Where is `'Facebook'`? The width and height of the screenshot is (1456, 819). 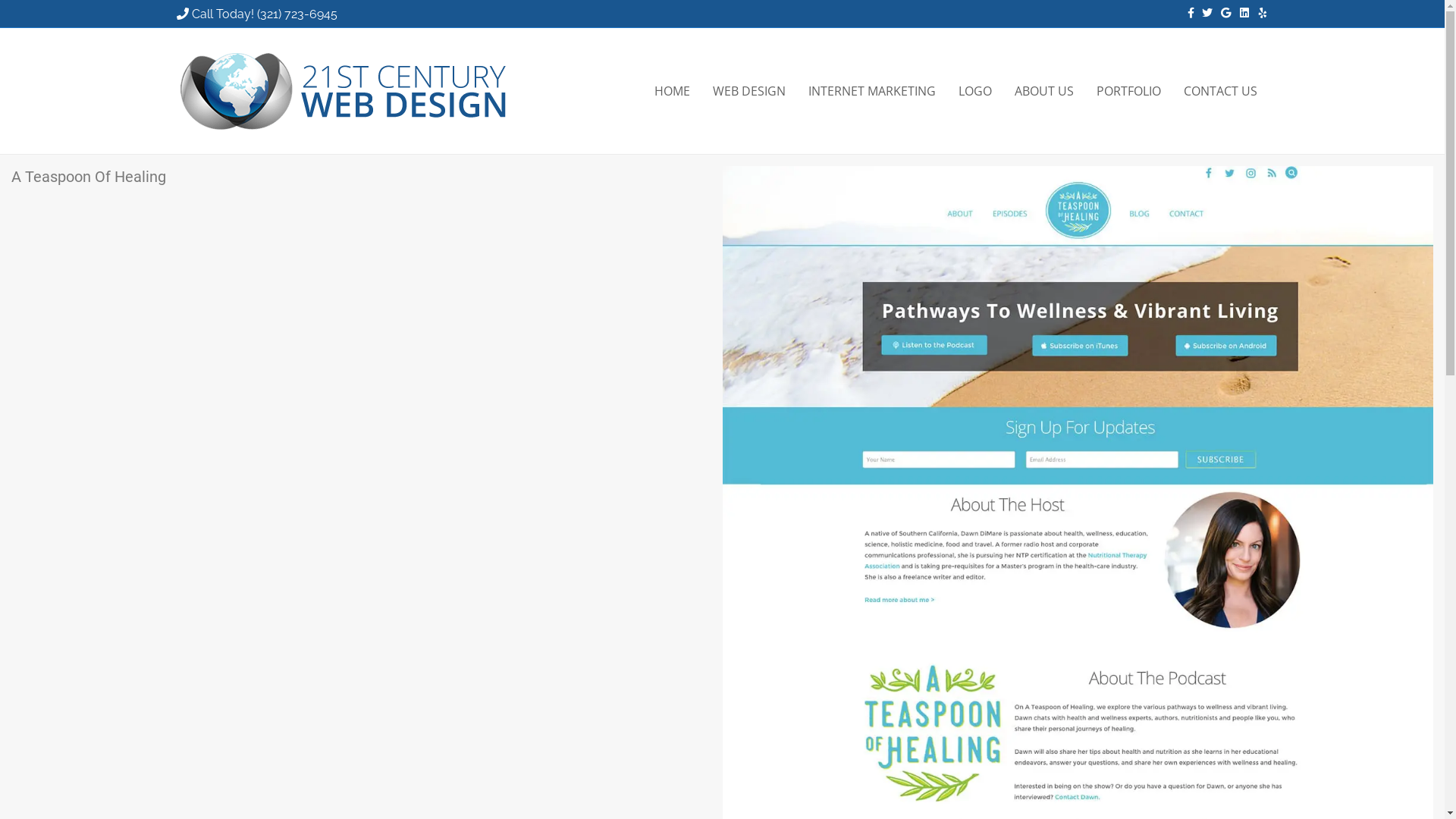
'Facebook' is located at coordinates (1183, 11).